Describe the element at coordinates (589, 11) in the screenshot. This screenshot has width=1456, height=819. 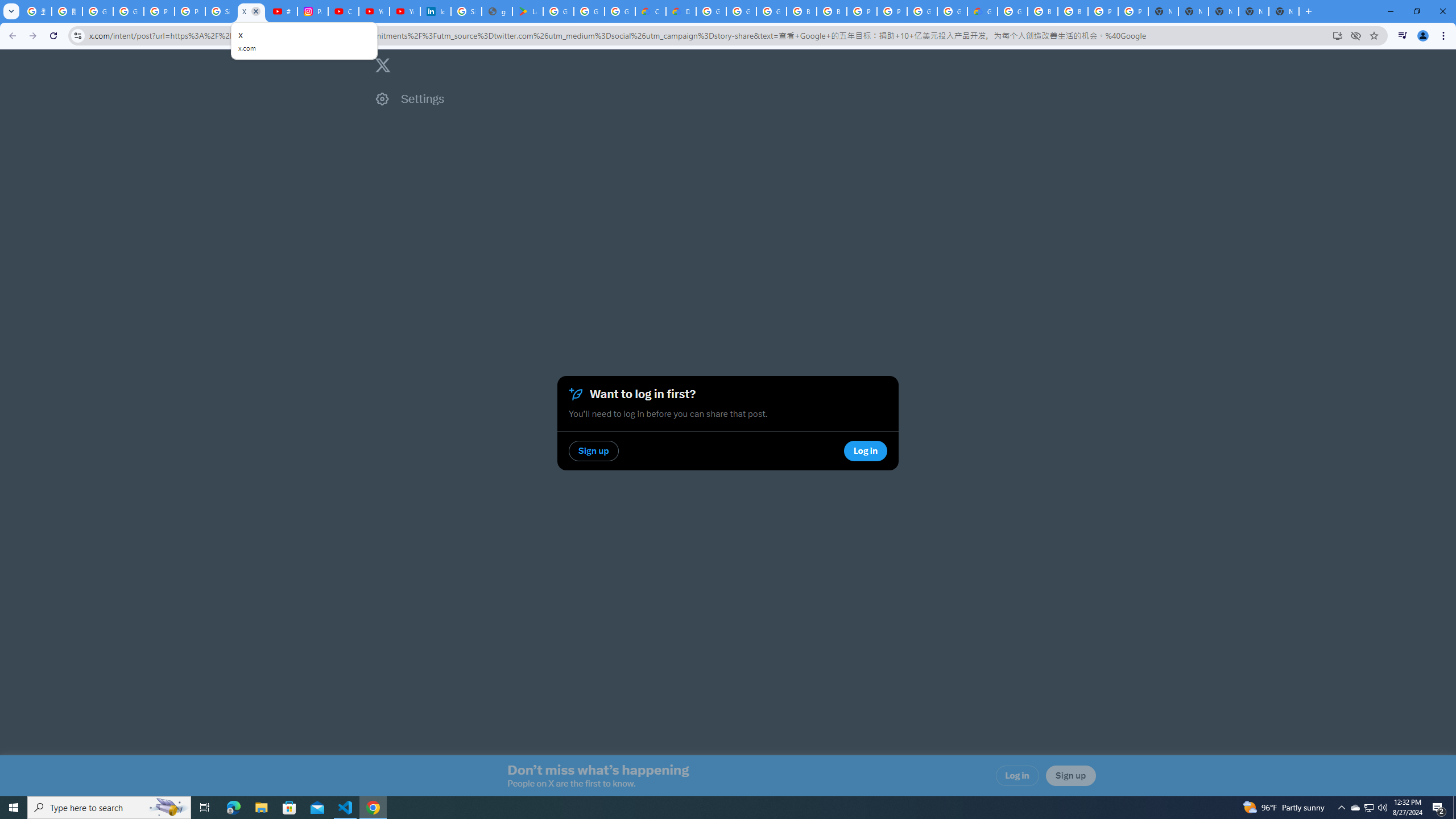
I see `'Google Workspace - Specific Terms'` at that location.